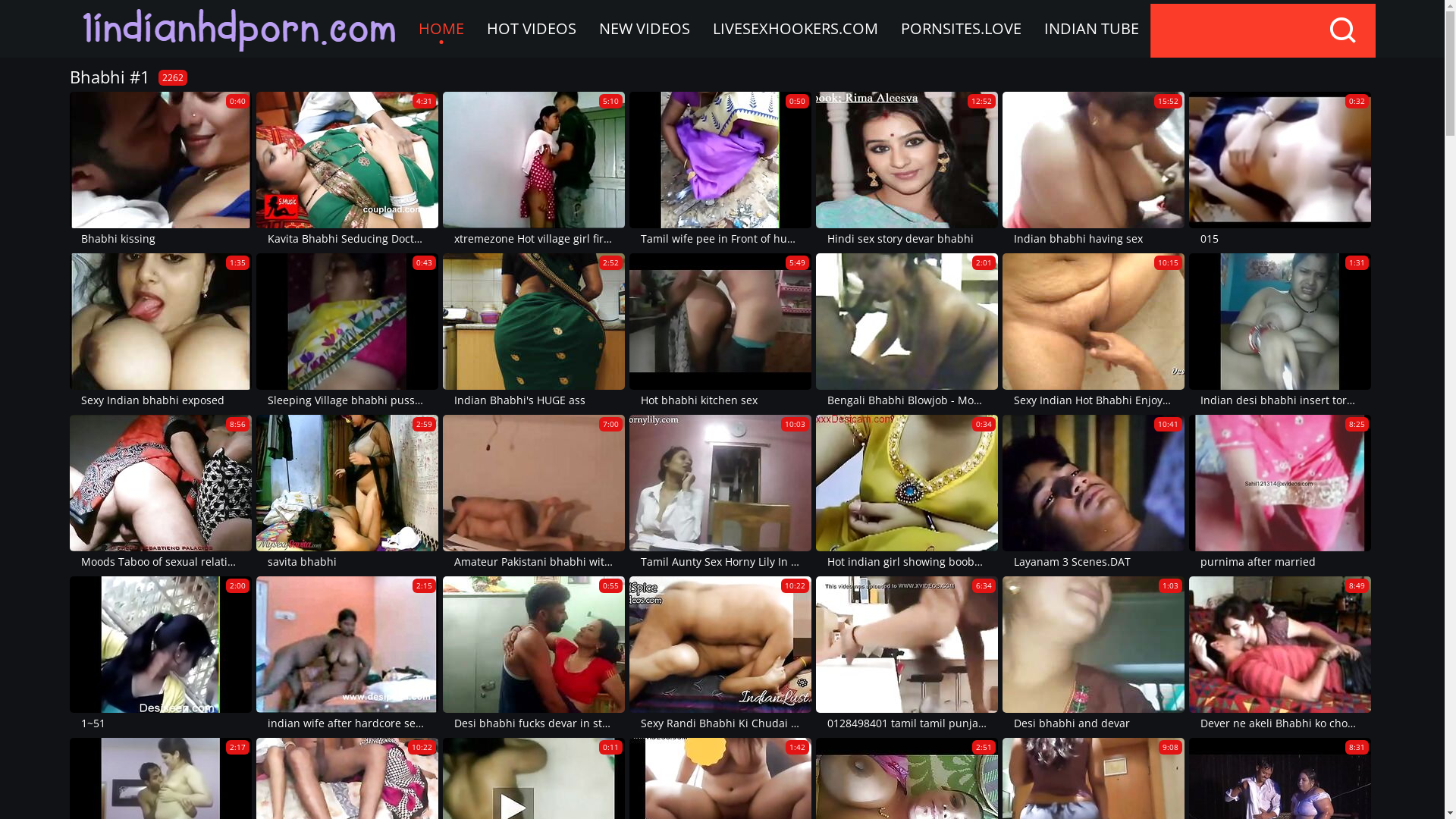 Image resolution: width=1456 pixels, height=819 pixels. Describe the element at coordinates (720, 170) in the screenshot. I see `'0:50` at that location.